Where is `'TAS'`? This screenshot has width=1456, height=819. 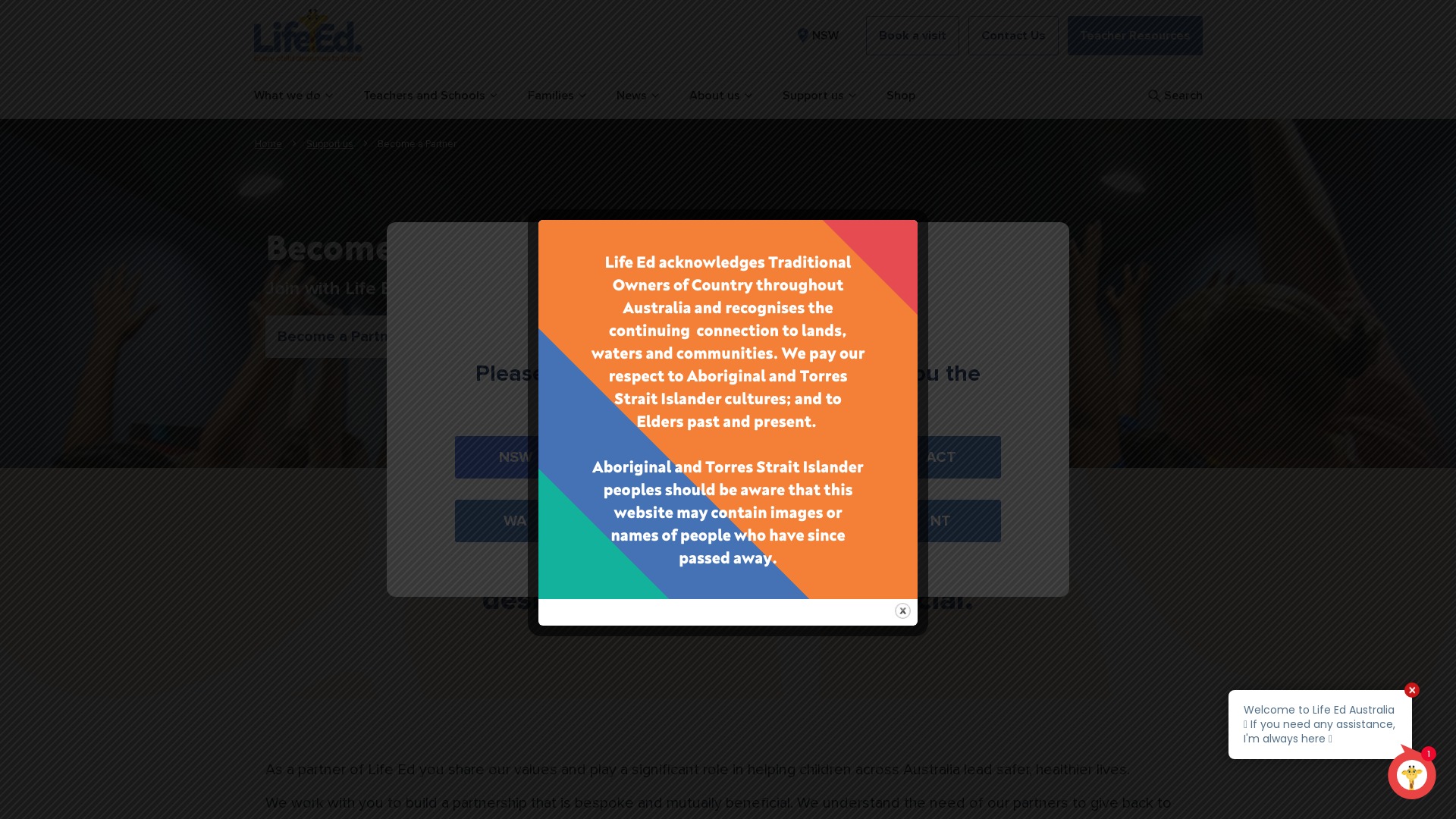 'TAS' is located at coordinates (798, 519).